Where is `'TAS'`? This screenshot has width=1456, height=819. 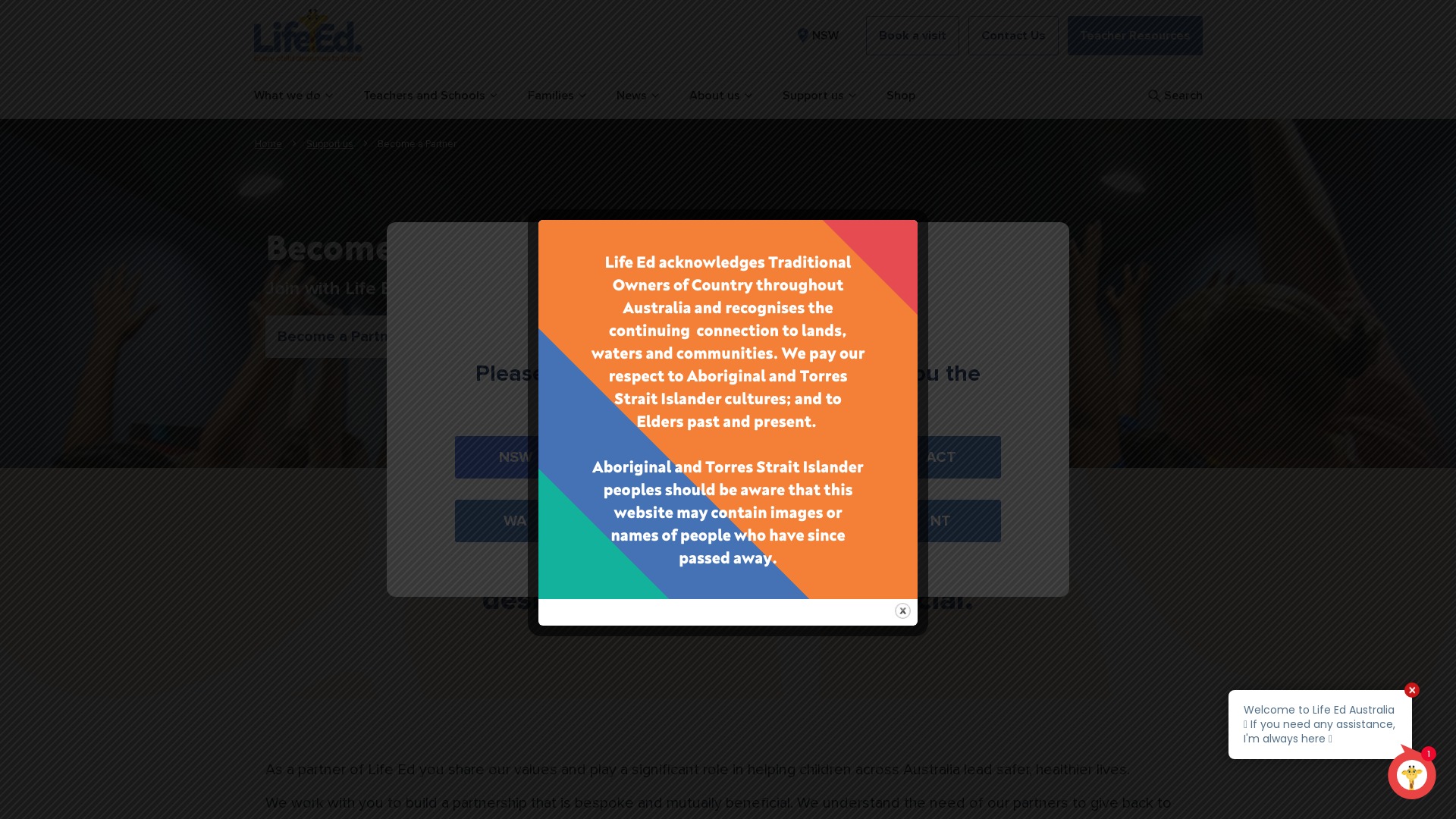 'TAS' is located at coordinates (798, 519).